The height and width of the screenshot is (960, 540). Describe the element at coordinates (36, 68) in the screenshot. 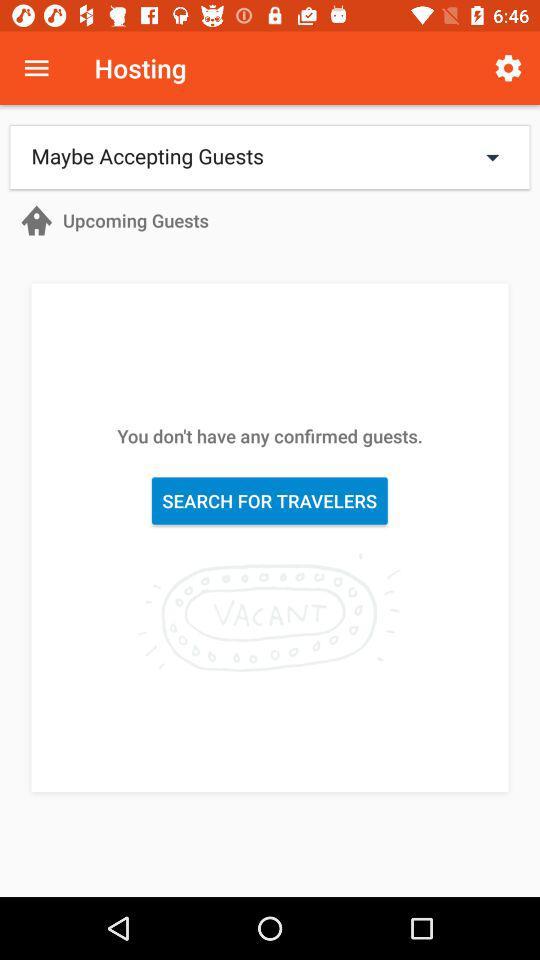

I see `icon next to the hosting` at that location.